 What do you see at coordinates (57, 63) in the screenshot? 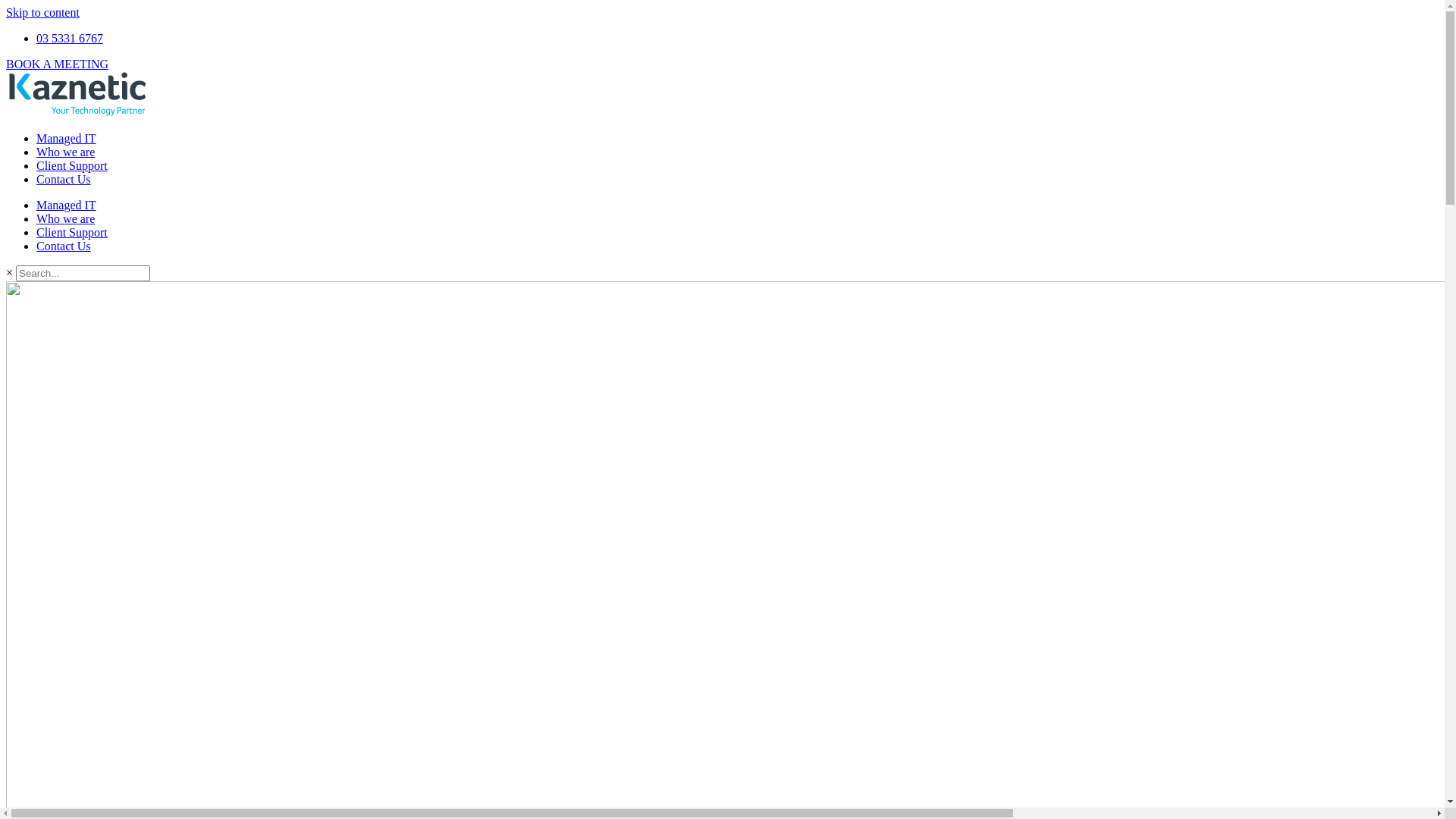
I see `'BOOK A MEETING'` at bounding box center [57, 63].